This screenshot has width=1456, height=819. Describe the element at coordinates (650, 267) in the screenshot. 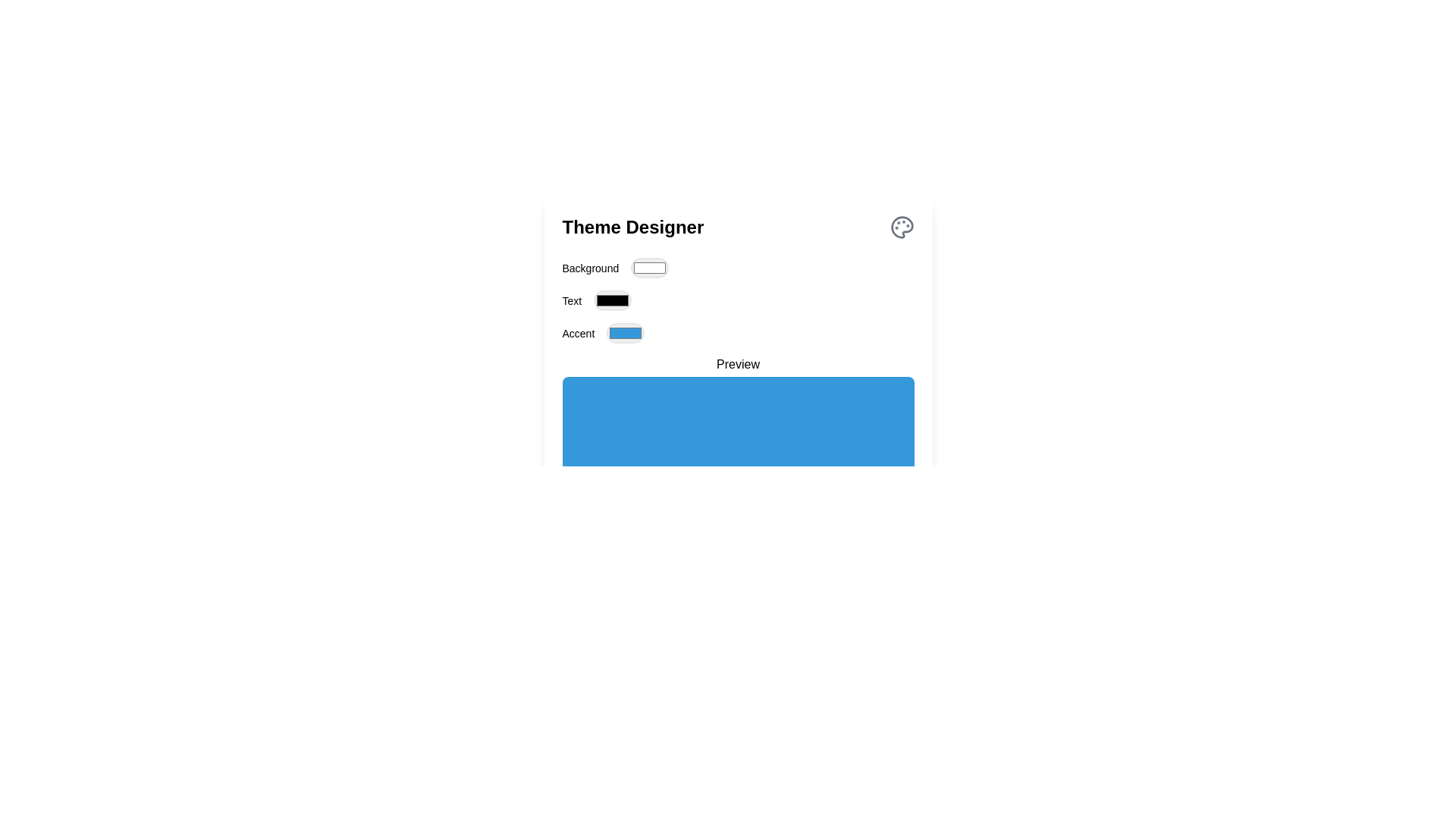

I see `the white circular color picker button located to the right of the 'Background' label` at that location.